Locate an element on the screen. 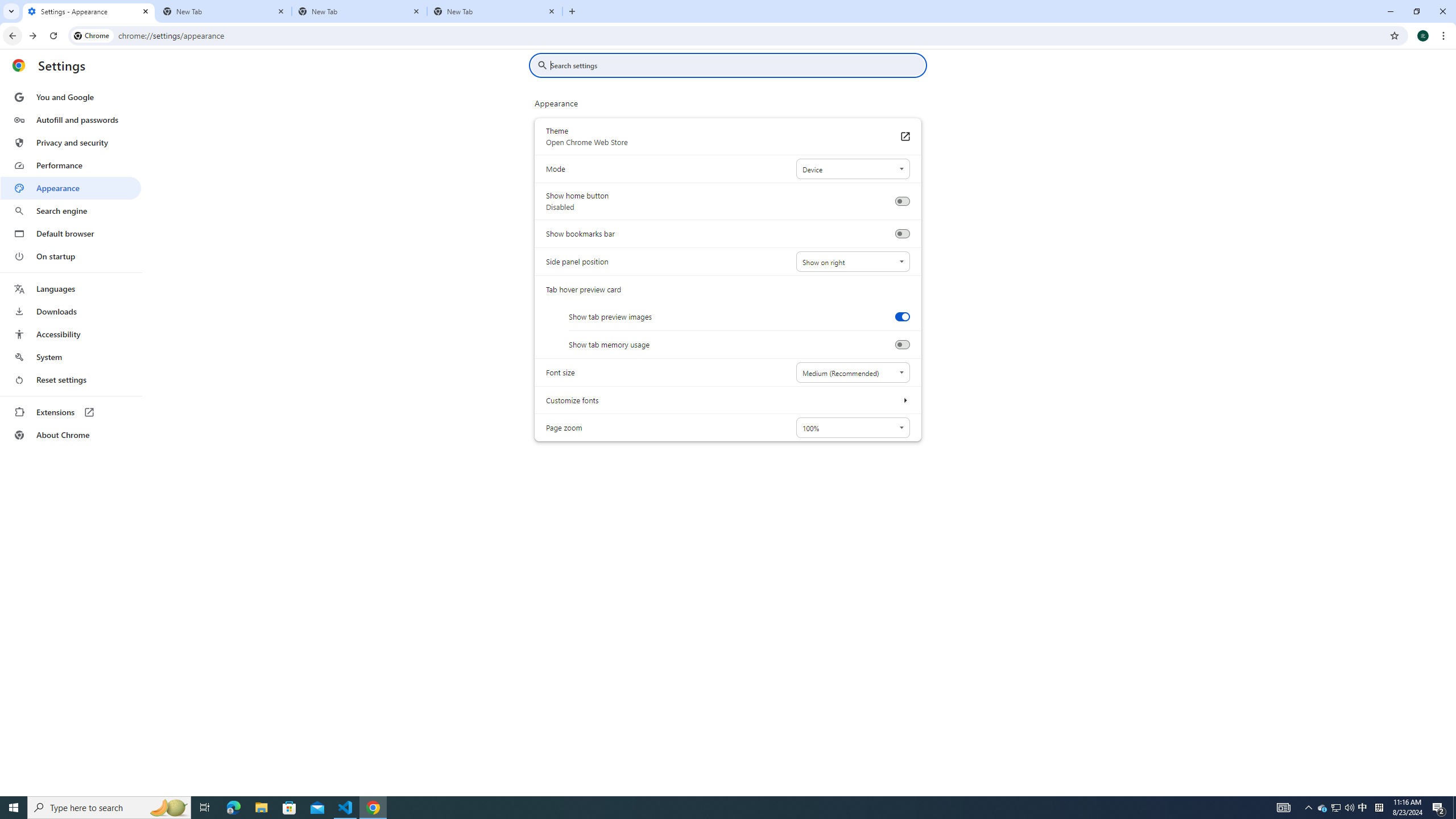 The width and height of the screenshot is (1456, 819). 'Show home button' is located at coordinates (901, 201).